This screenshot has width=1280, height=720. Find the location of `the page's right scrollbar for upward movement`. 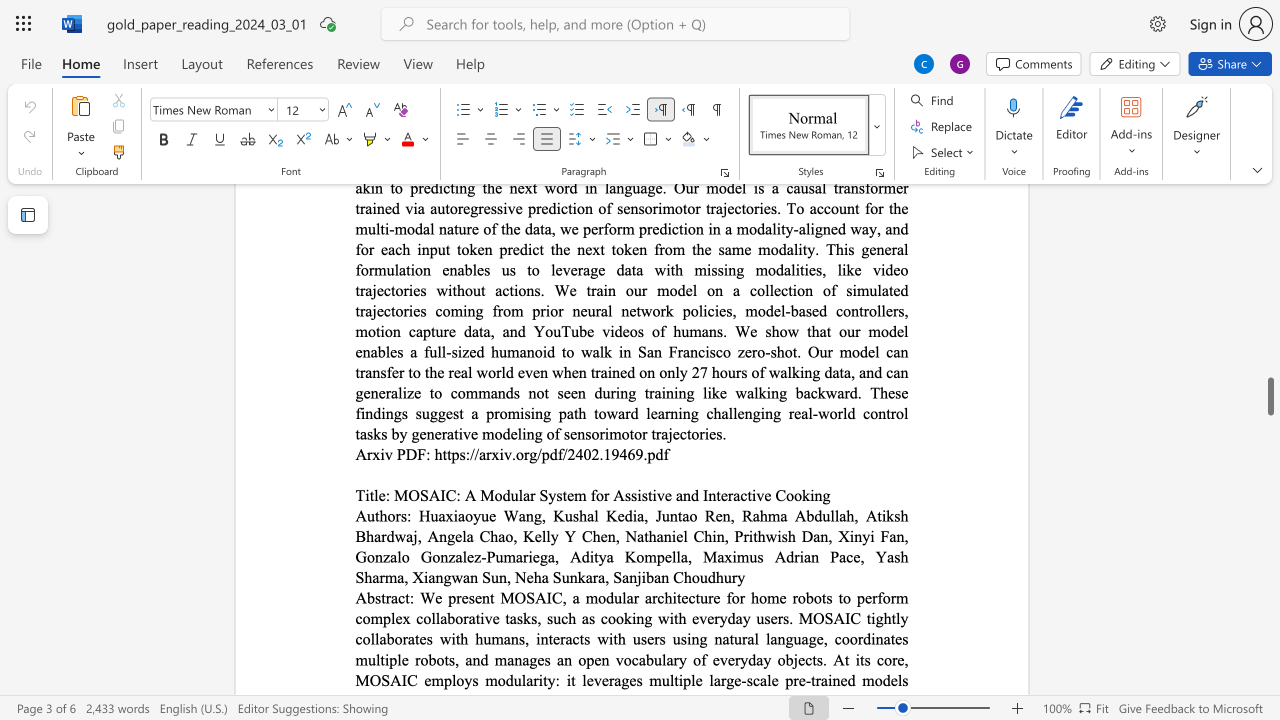

the page's right scrollbar for upward movement is located at coordinates (1269, 370).